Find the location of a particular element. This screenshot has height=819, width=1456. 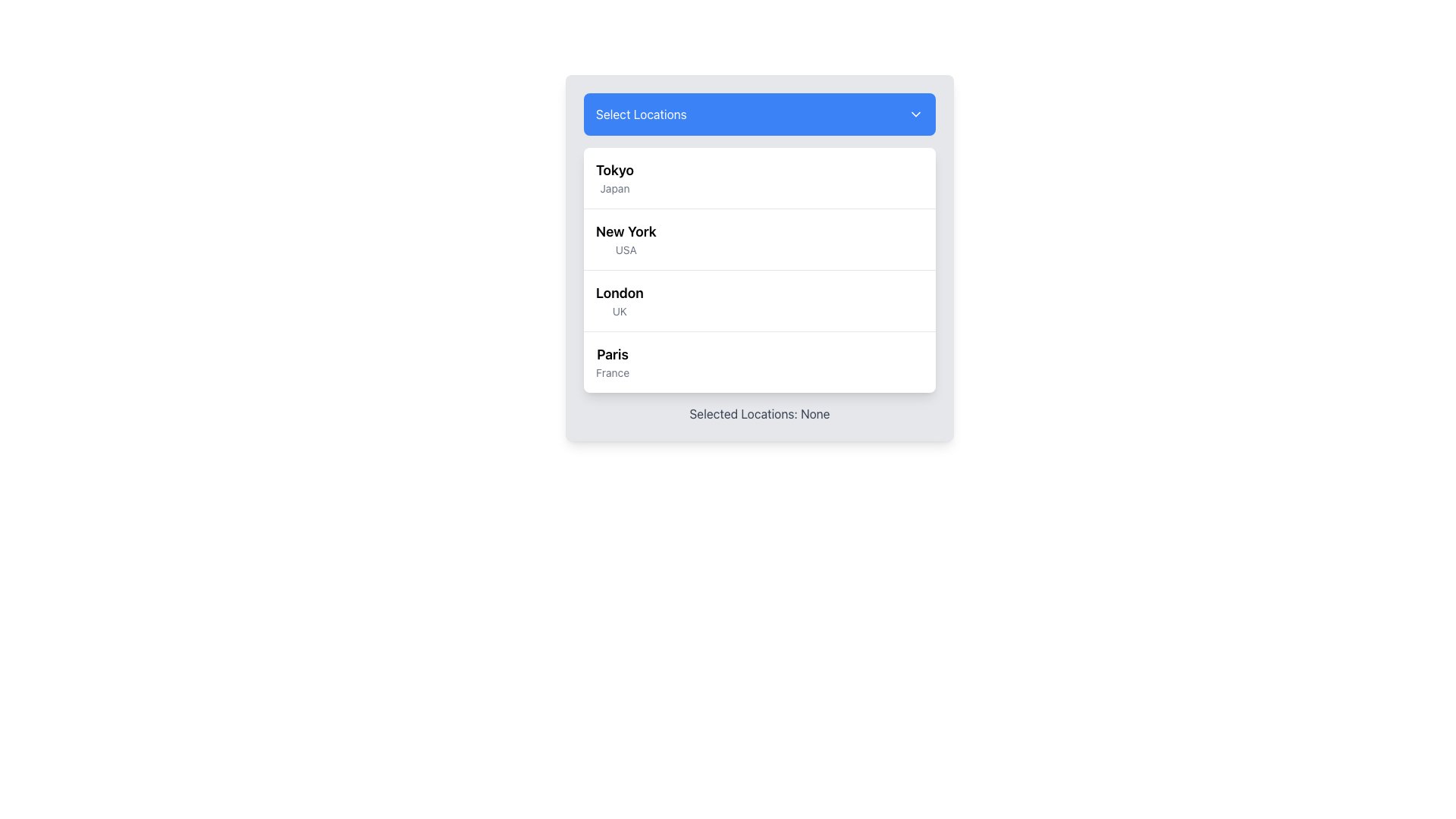

the Dropdown Toggle Button labeled 'Select Locations' is located at coordinates (760, 113).